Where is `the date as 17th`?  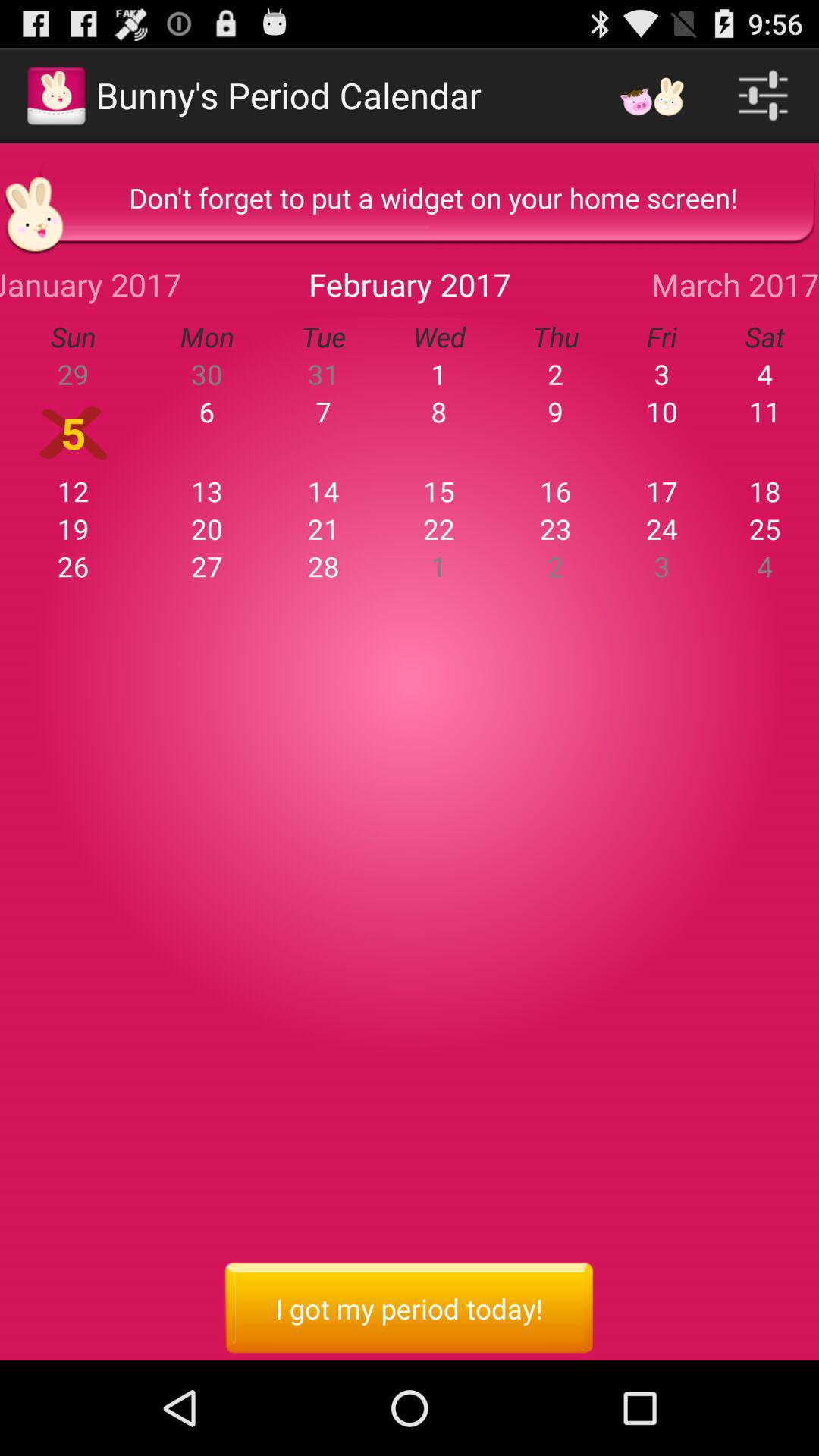 the date as 17th is located at coordinates (661, 491).